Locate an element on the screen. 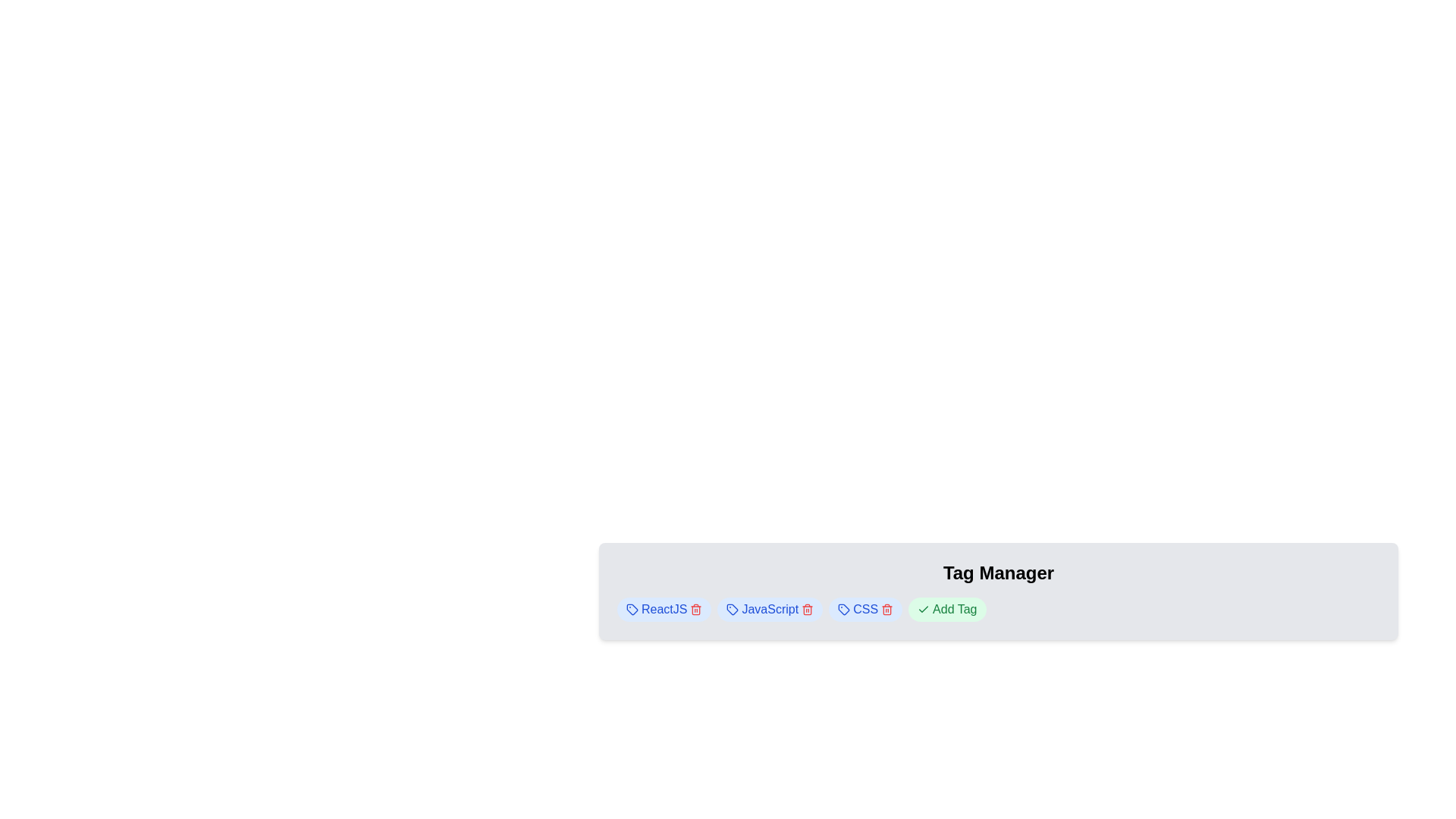 The height and width of the screenshot is (819, 1456). the delete icon button located at the end of the 'CSS' tag is located at coordinates (887, 608).